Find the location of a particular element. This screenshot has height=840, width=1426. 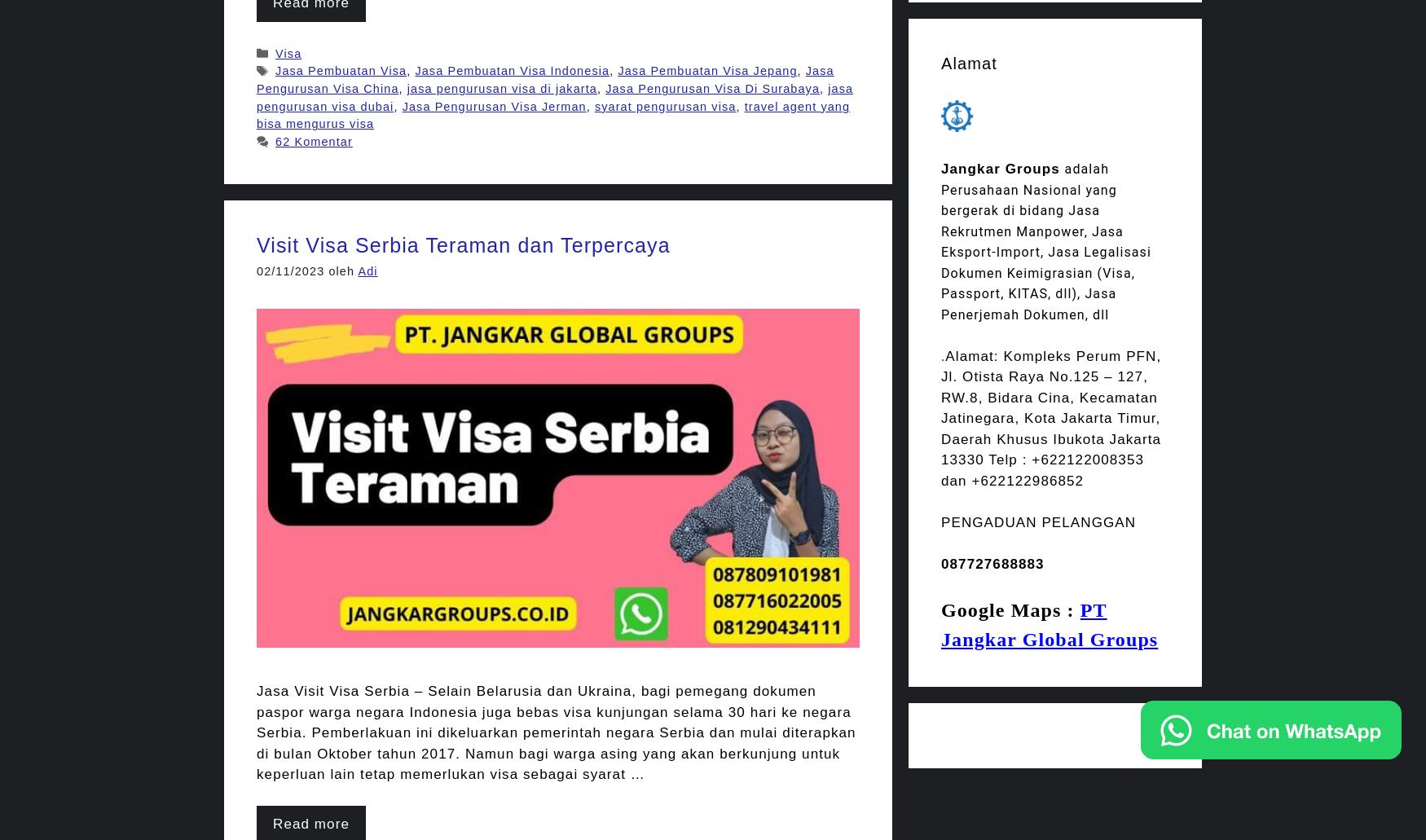

'Telp : +622122008353' is located at coordinates (1065, 459).